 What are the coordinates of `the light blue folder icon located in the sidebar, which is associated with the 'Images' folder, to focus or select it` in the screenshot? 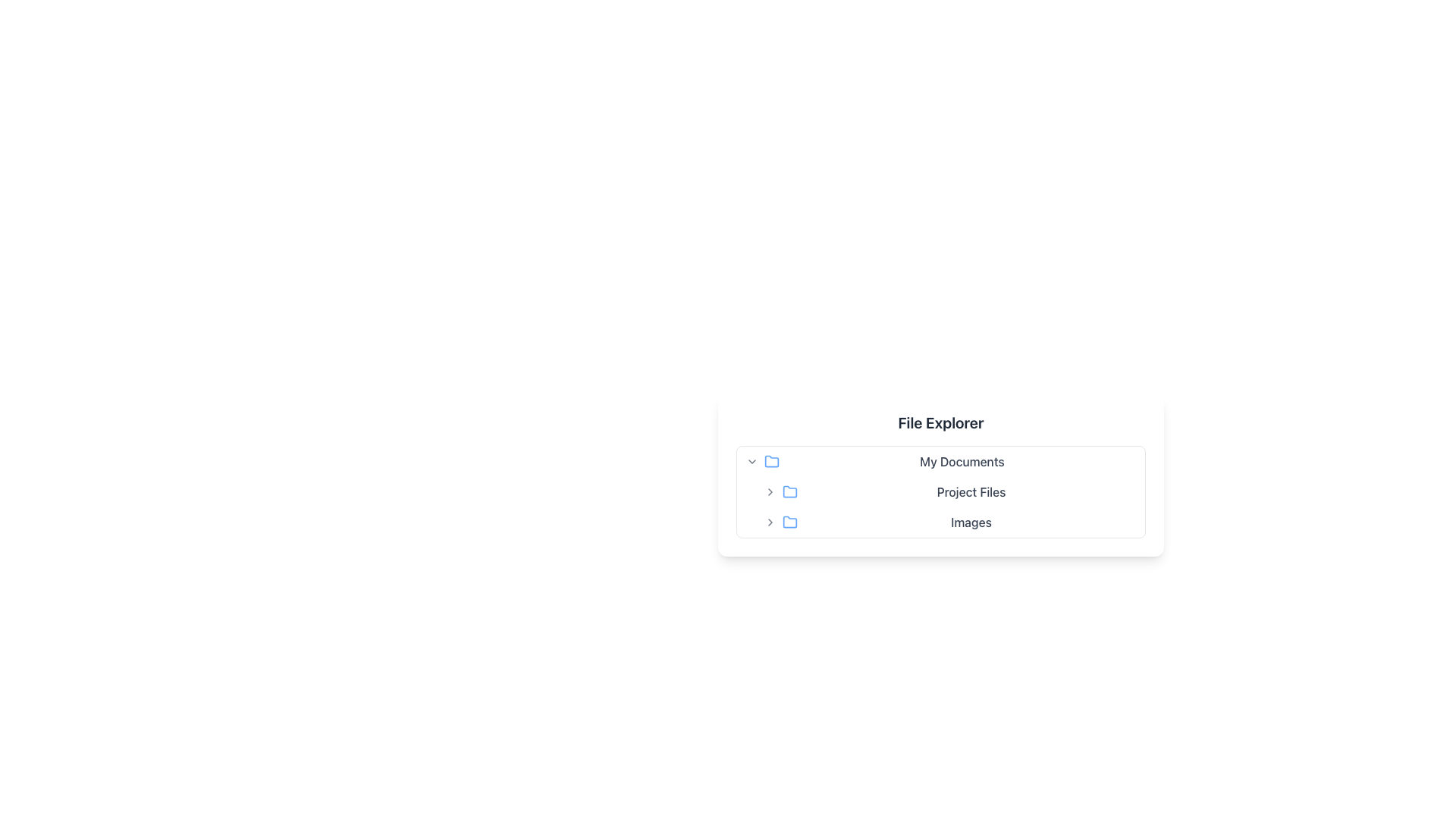 It's located at (789, 522).